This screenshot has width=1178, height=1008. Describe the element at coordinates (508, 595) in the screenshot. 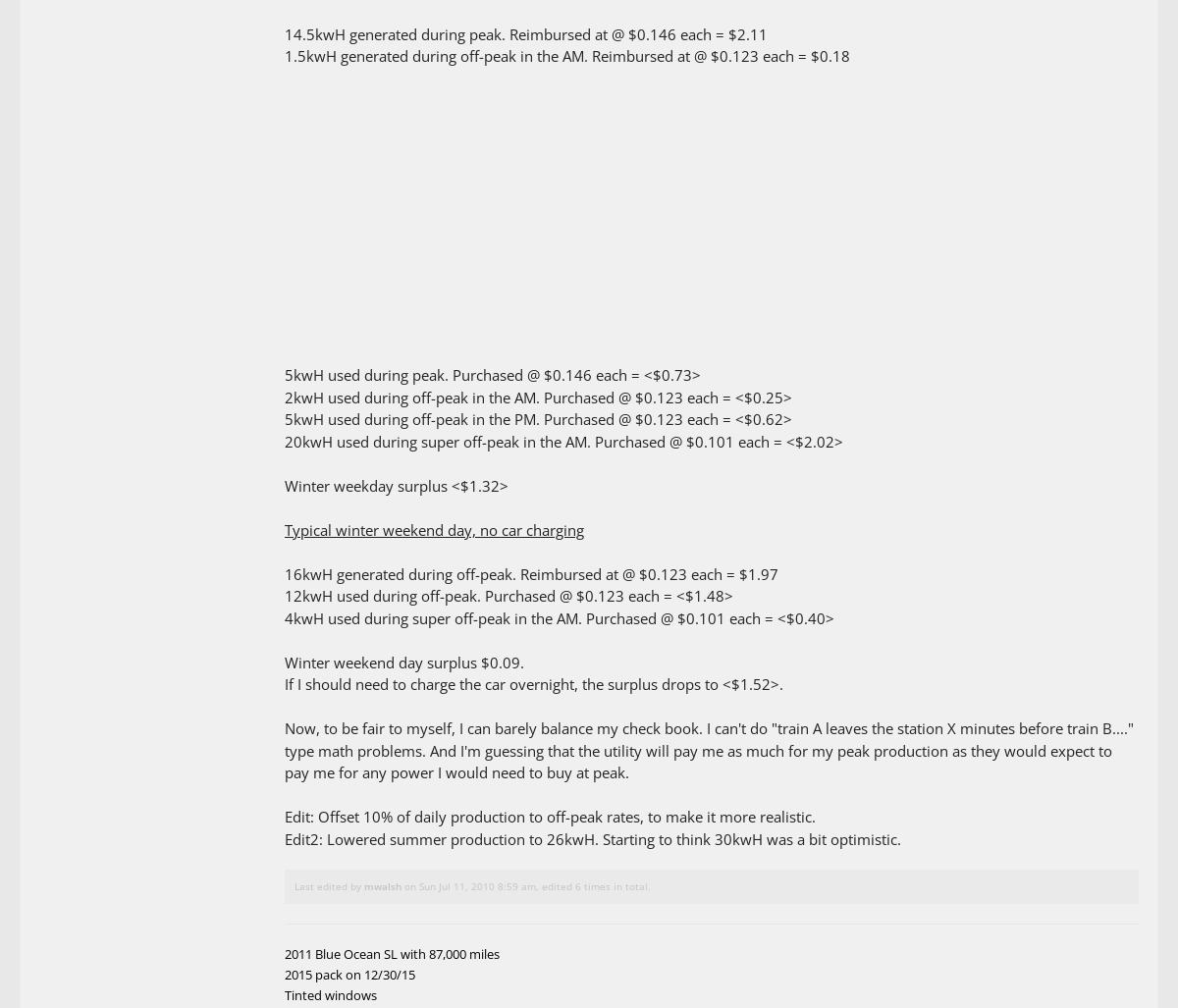

I see `'12kwH used during off-peak. Purchased @ $0.123 each = <$1.48>'` at that location.